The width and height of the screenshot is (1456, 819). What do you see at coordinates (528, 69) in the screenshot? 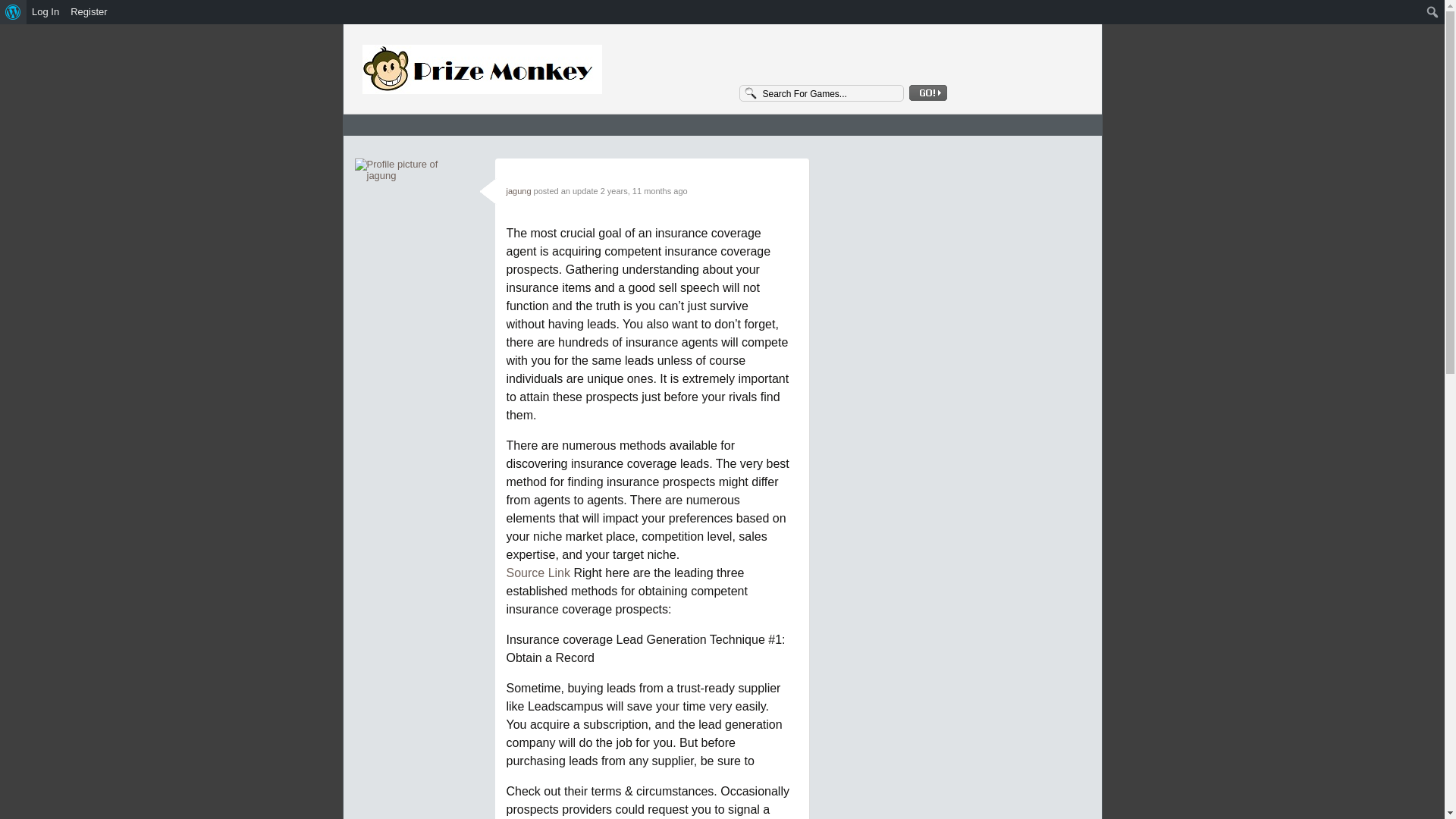
I see `'3StarOnly'` at bounding box center [528, 69].